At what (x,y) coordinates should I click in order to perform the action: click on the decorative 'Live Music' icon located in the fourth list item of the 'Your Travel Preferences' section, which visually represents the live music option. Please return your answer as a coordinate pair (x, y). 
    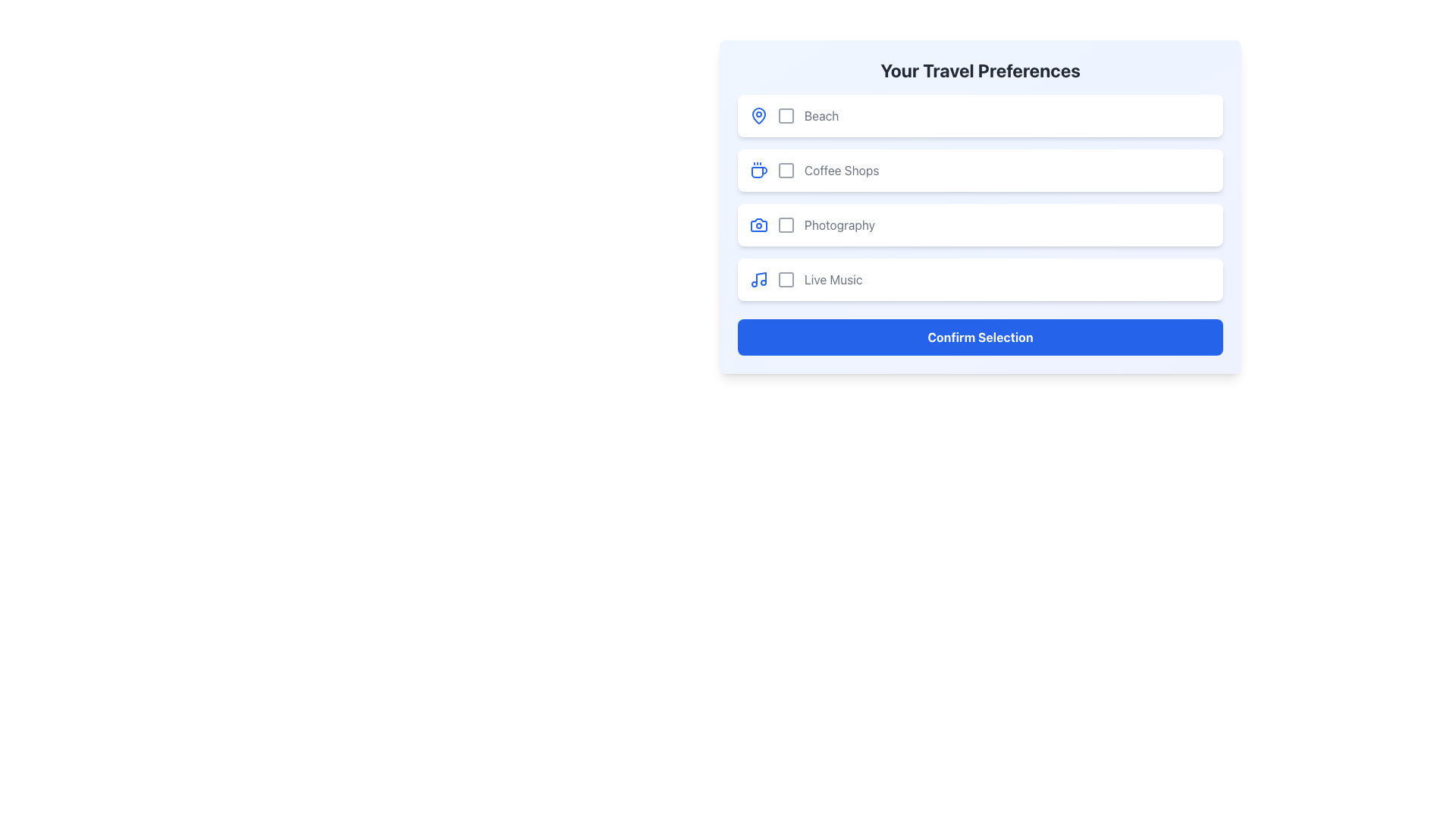
    Looking at the image, I should click on (759, 280).